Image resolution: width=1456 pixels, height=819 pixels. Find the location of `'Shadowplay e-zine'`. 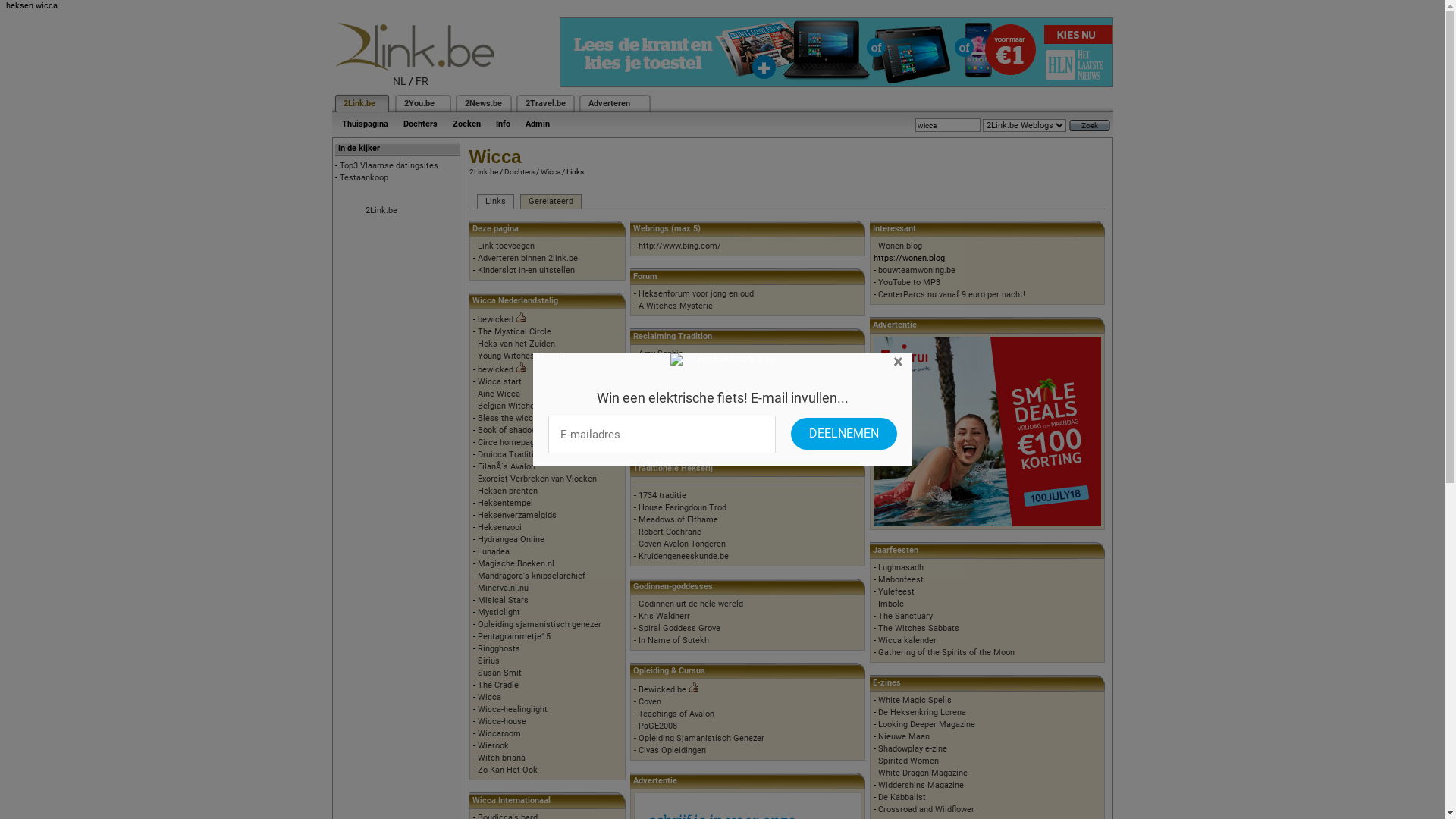

'Shadowplay e-zine' is located at coordinates (912, 748).